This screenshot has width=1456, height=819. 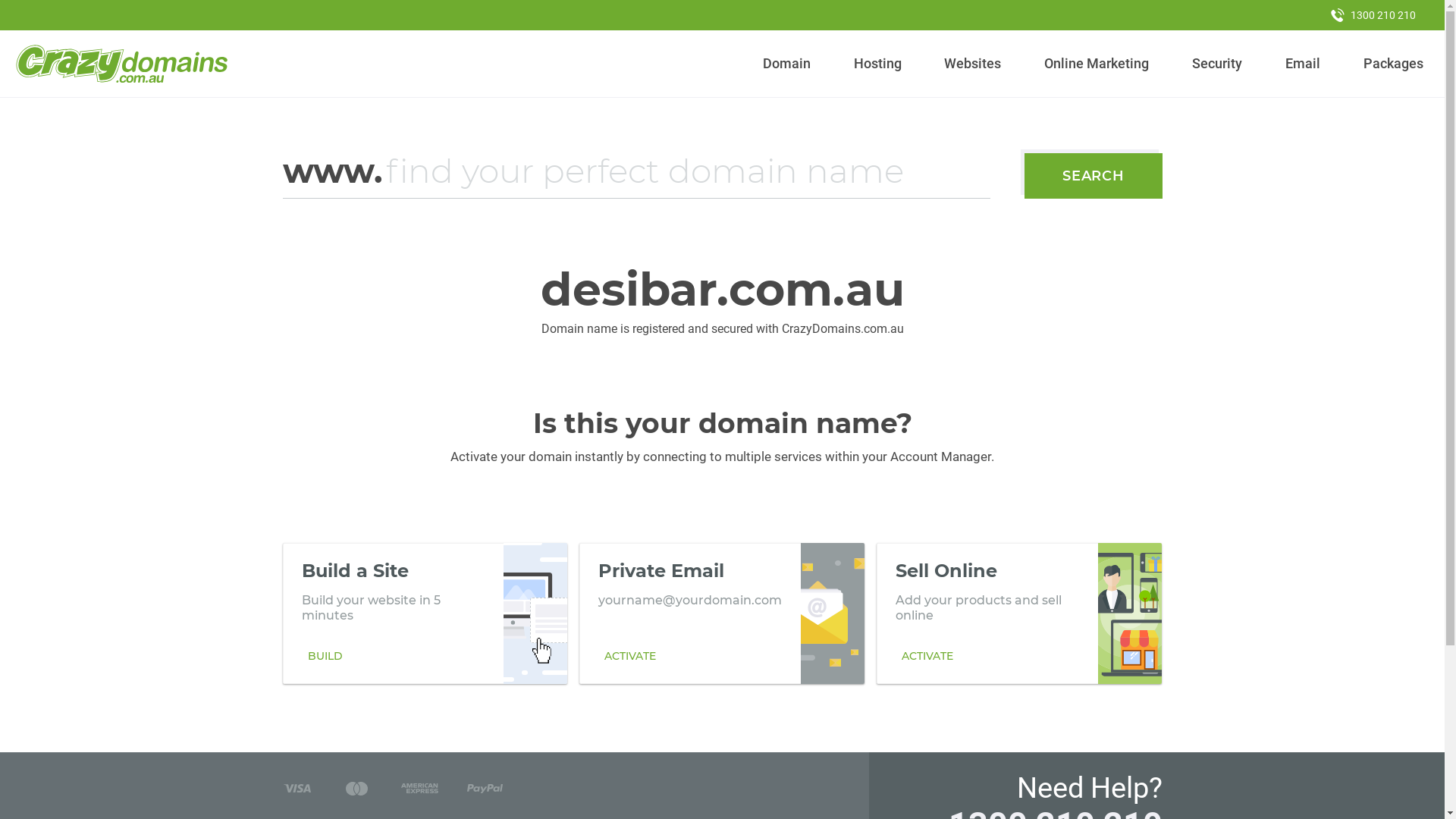 What do you see at coordinates (937, 63) in the screenshot?
I see `'Websites'` at bounding box center [937, 63].